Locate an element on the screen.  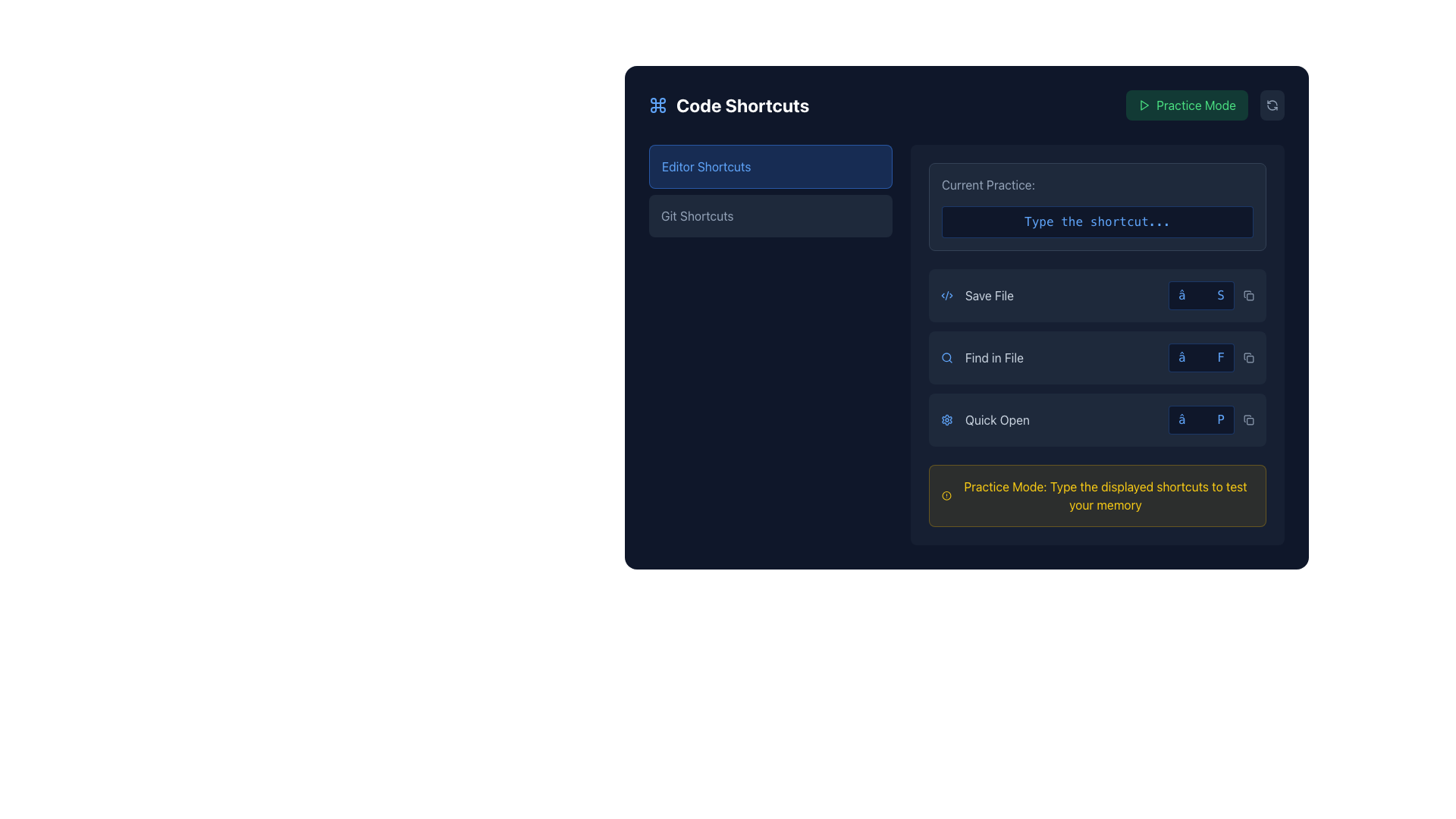
the copy icon button, which resembles two overlapping rectangles and is styled gray, changing to blue on hover is located at coordinates (1248, 420).